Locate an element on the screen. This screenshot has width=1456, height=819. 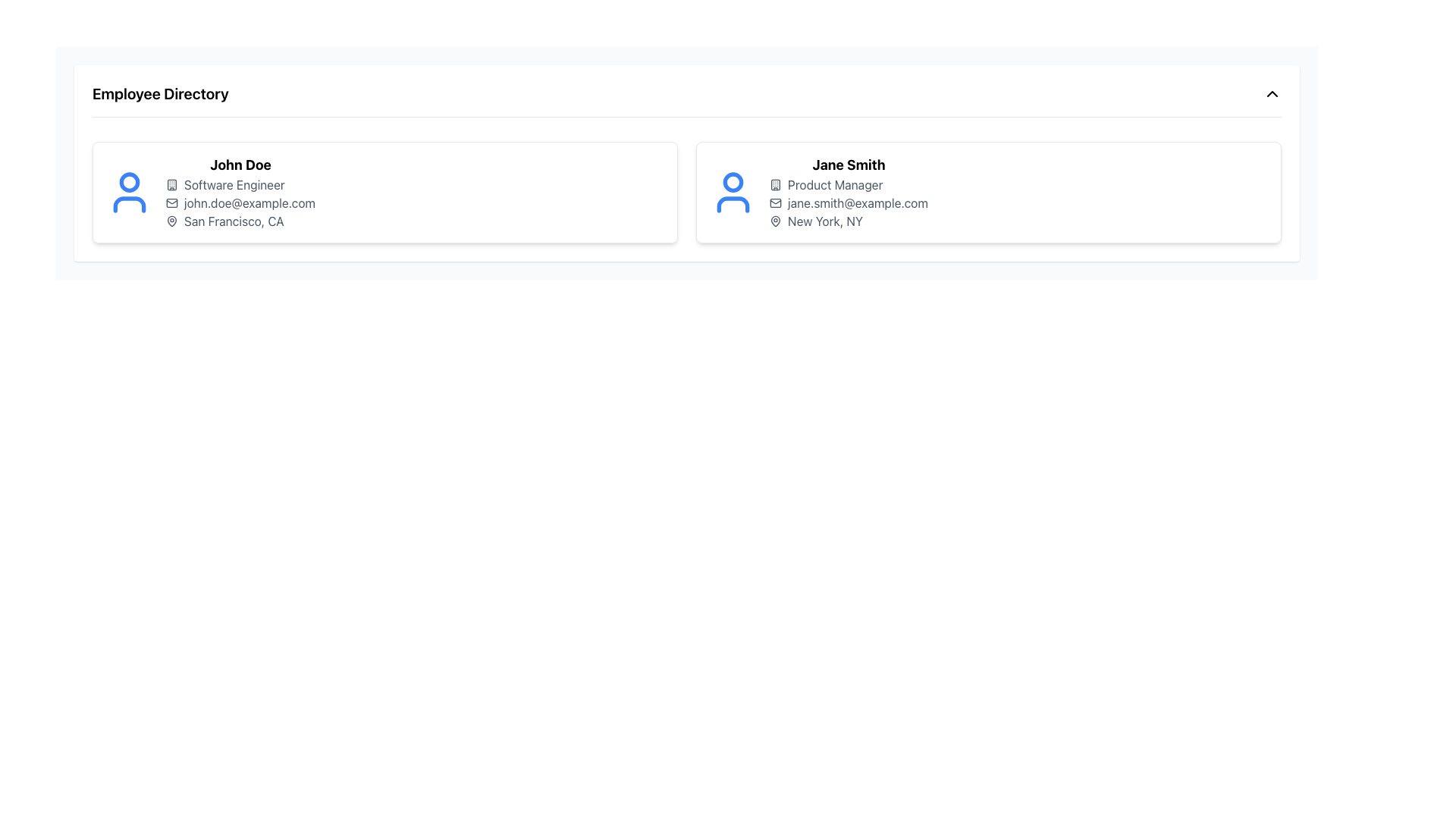
the graphical icon component representing email functionality, located on the right side of the layout within the card for 'Jane Smith', adjacent to the email address 'jane.smith@example.com' is located at coordinates (775, 202).